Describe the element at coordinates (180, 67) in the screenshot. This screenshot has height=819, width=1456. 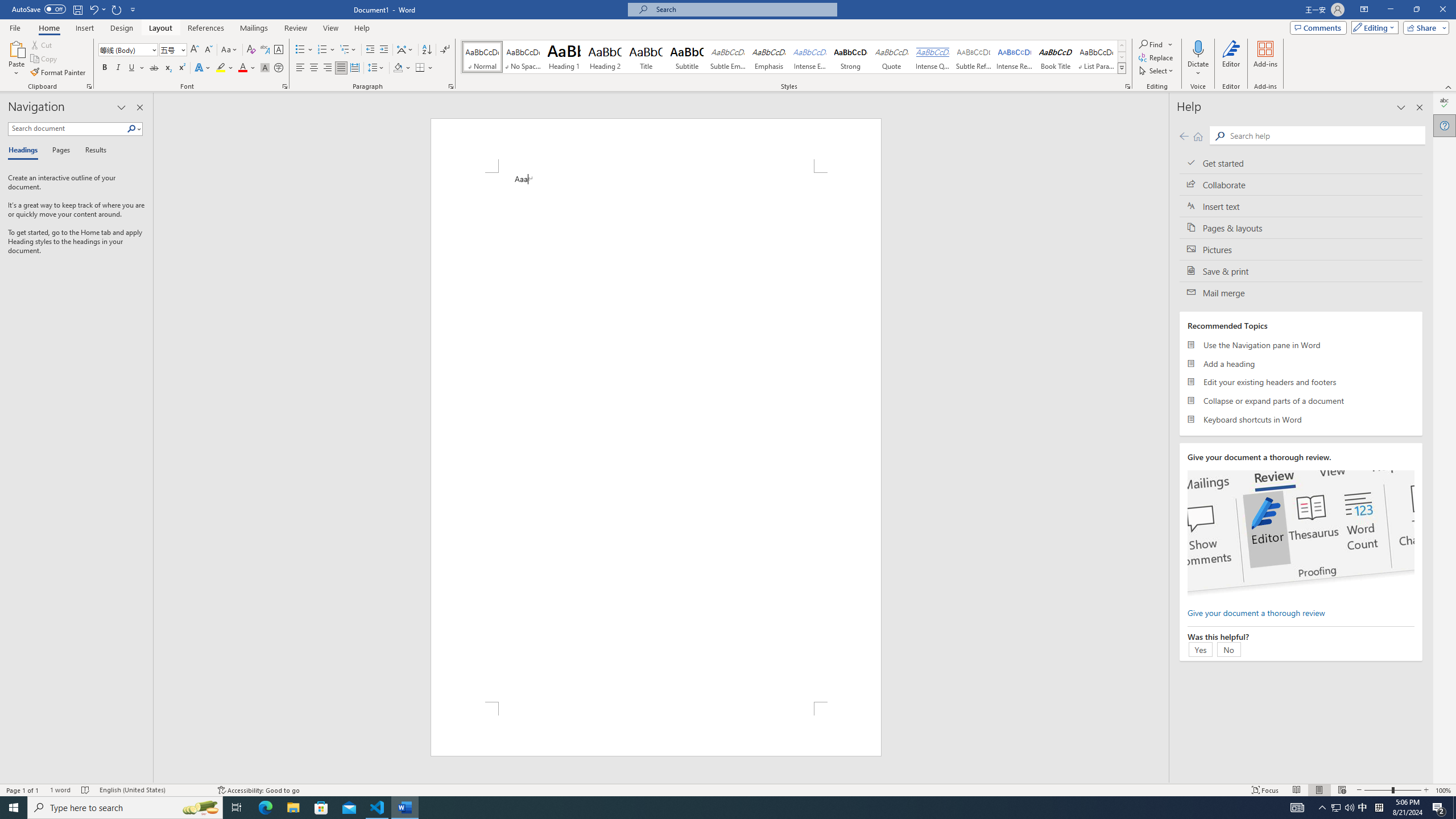
I see `'Superscript'` at that location.